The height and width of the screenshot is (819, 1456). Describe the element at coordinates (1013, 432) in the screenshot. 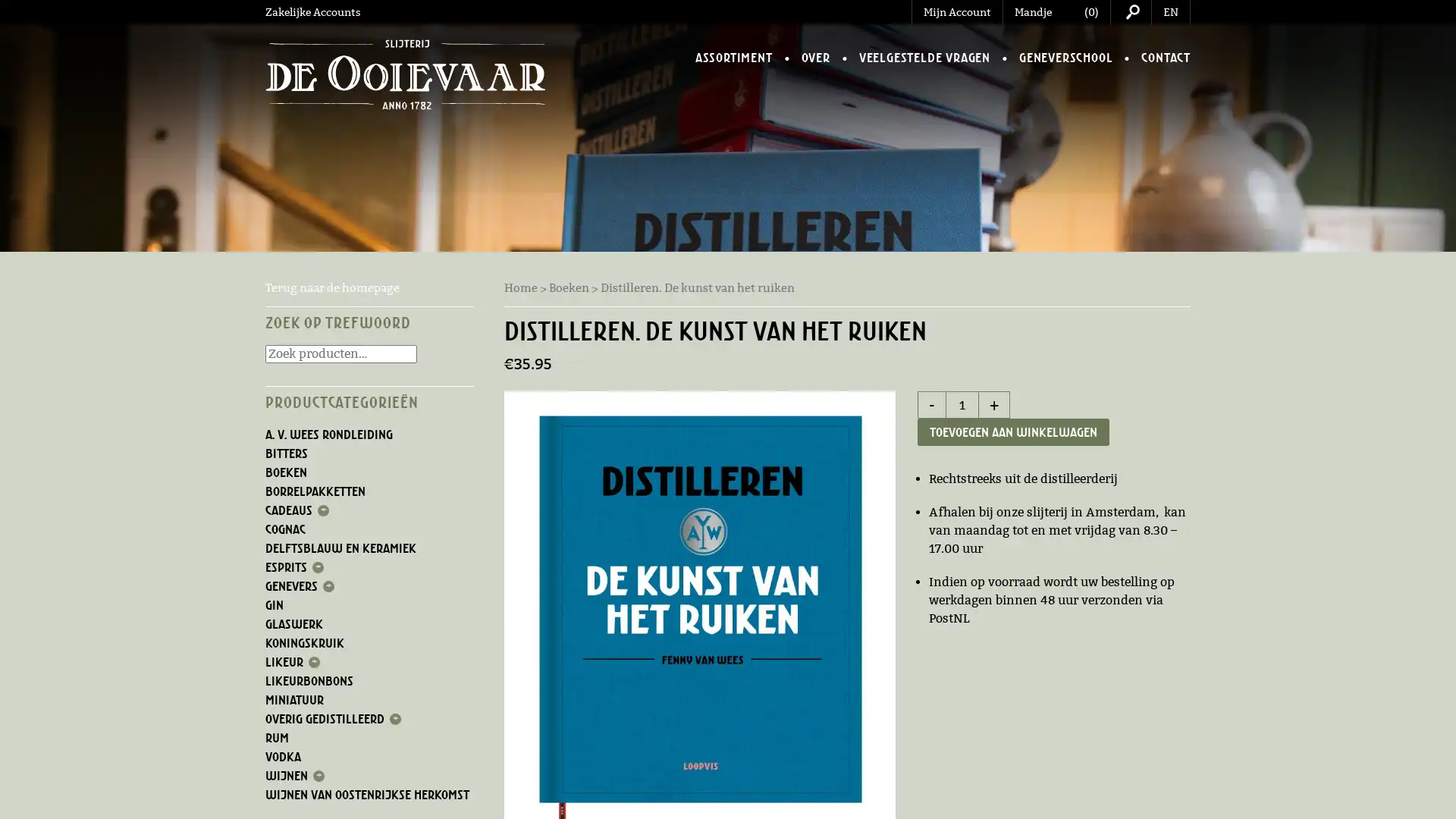

I see `Toevoegen aan winkelwagen` at that location.